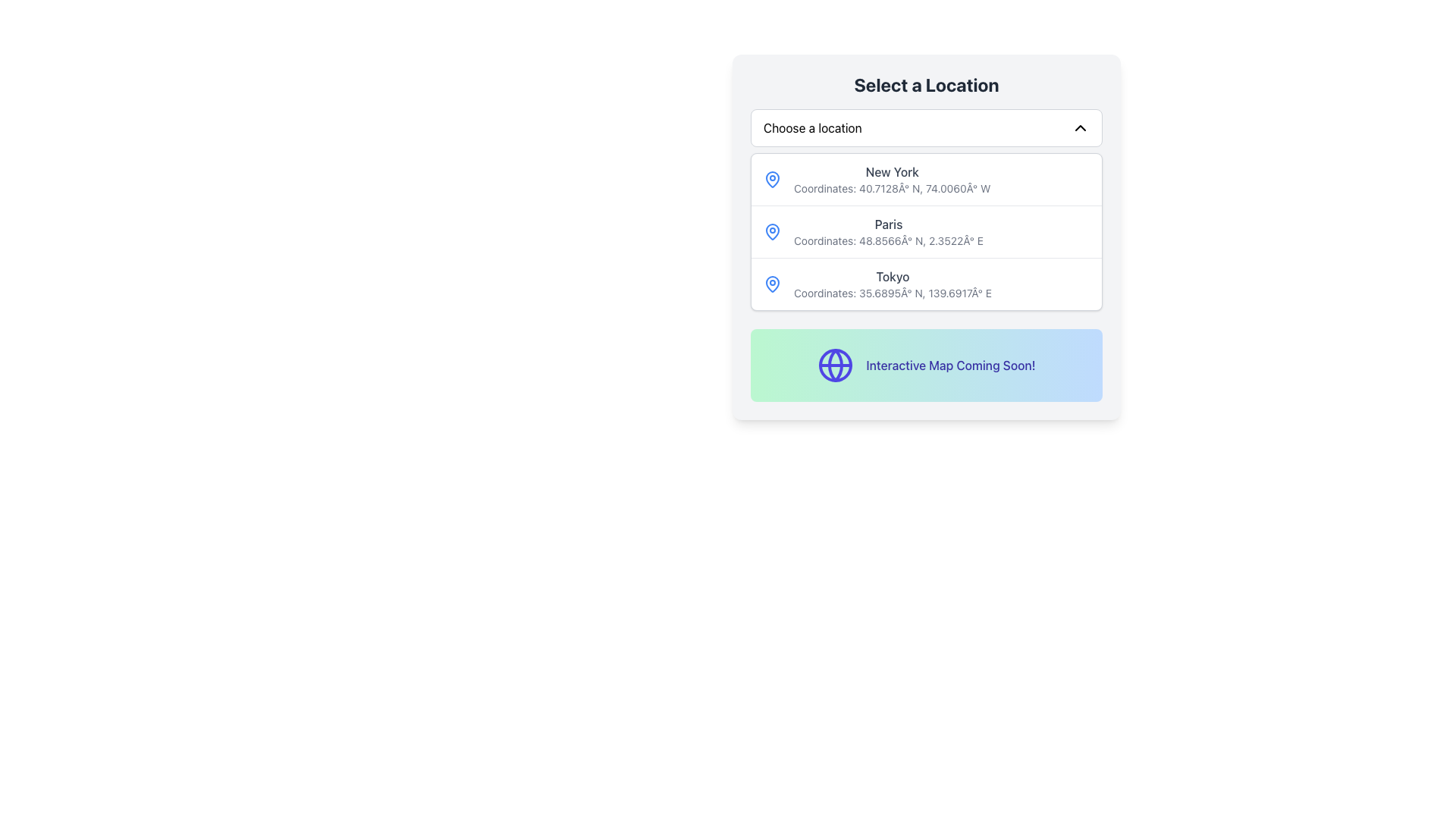 The height and width of the screenshot is (819, 1456). What do you see at coordinates (1080, 127) in the screenshot?
I see `the small downward chevron icon located at the far right edge of the 'Choose a location' button` at bounding box center [1080, 127].